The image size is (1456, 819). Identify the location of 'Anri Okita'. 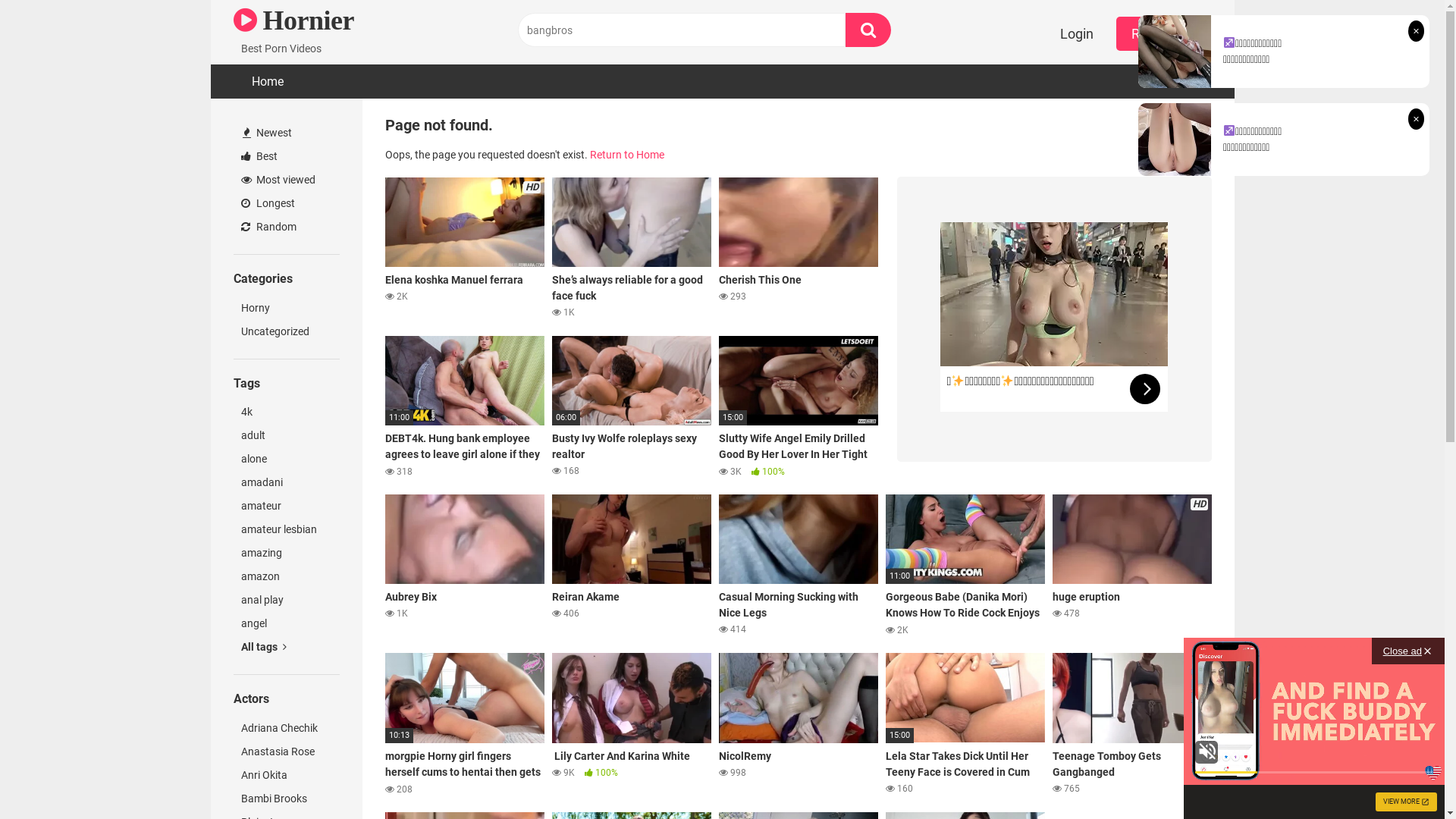
(232, 775).